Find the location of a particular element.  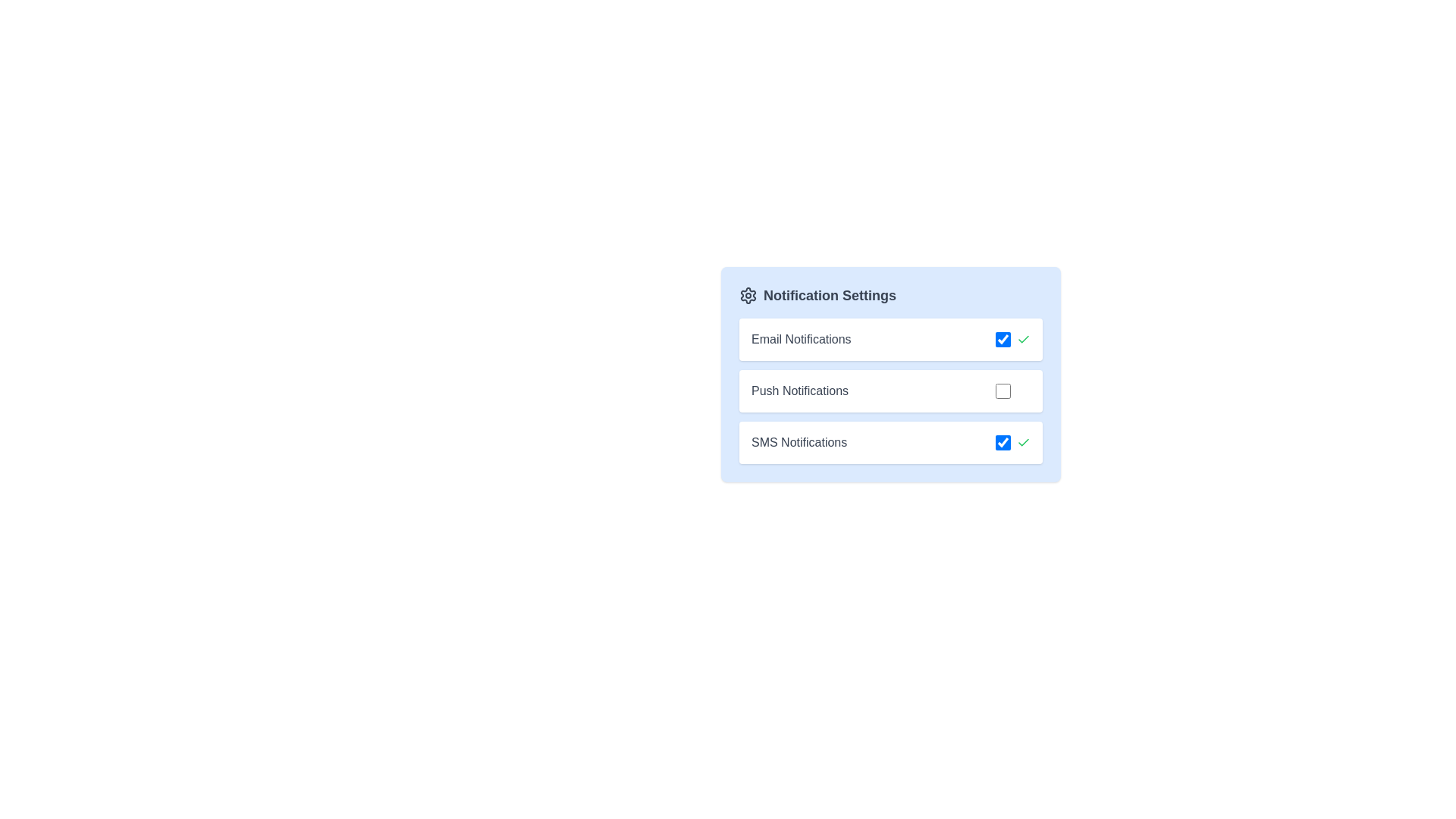

the gear icon associated with 'Notification Settings' is located at coordinates (748, 295).